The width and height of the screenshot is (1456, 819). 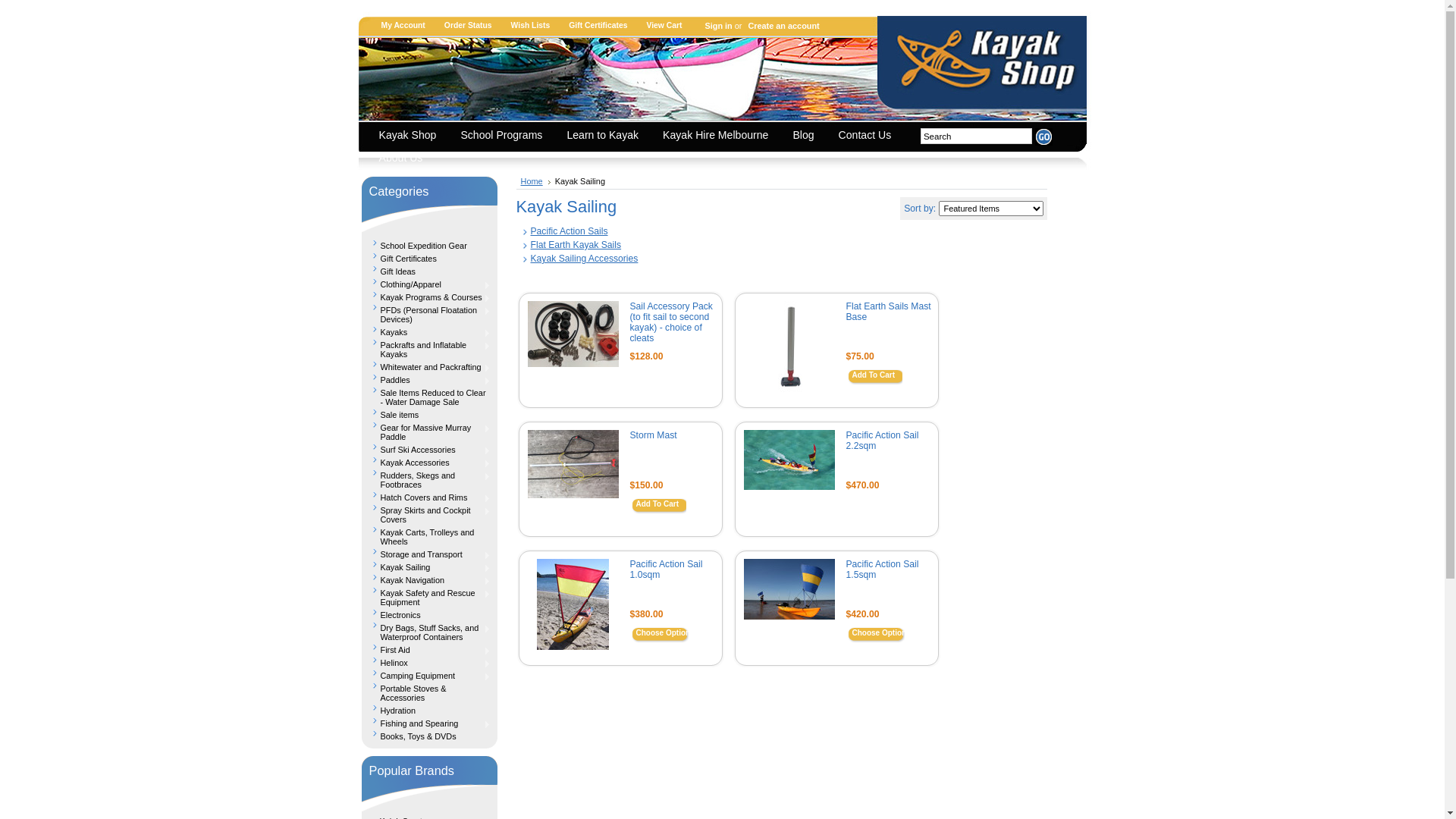 What do you see at coordinates (472, 25) in the screenshot?
I see `'Order Status'` at bounding box center [472, 25].